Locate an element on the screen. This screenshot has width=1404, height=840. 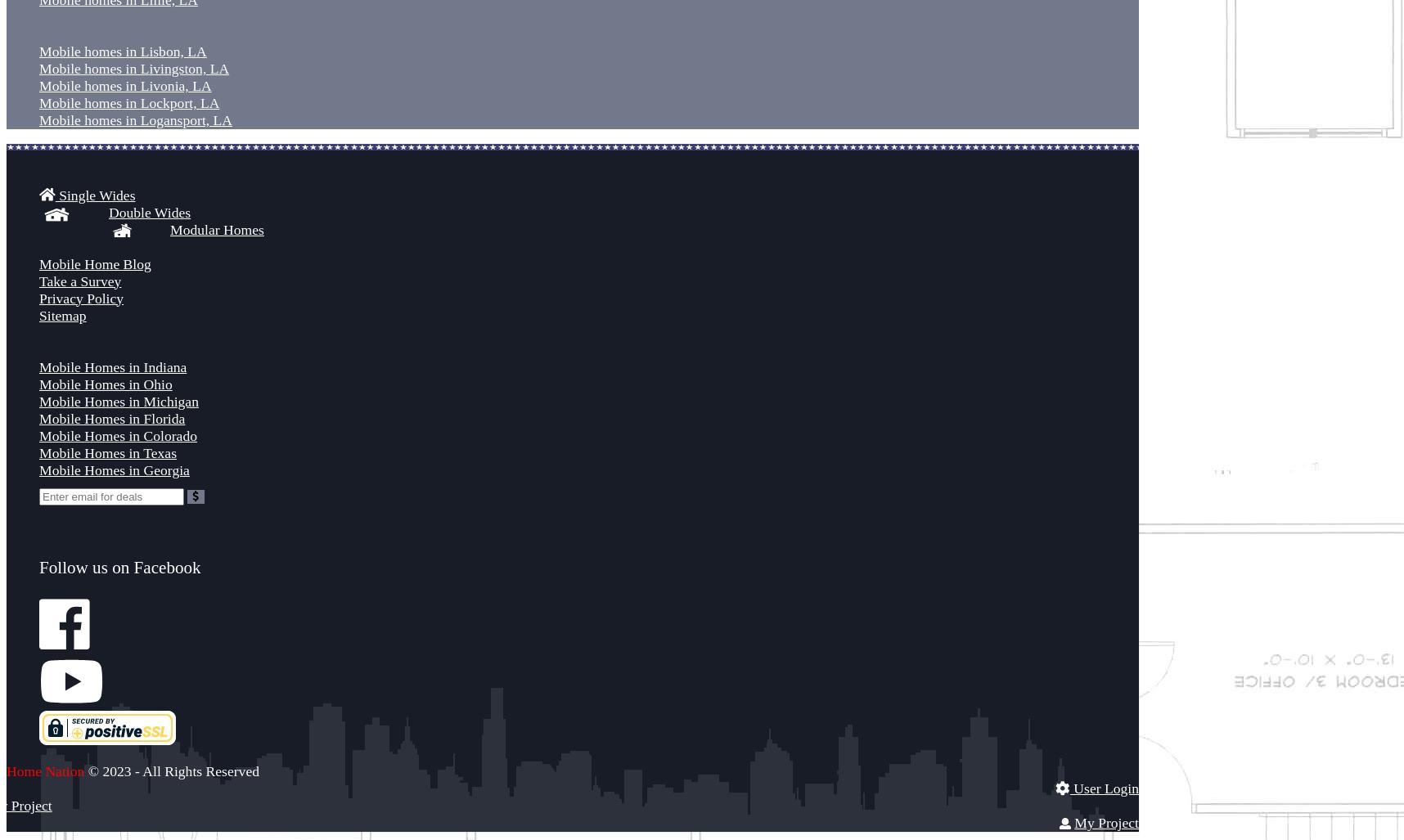
'Mobile Homes in Ohio' is located at coordinates (106, 384).